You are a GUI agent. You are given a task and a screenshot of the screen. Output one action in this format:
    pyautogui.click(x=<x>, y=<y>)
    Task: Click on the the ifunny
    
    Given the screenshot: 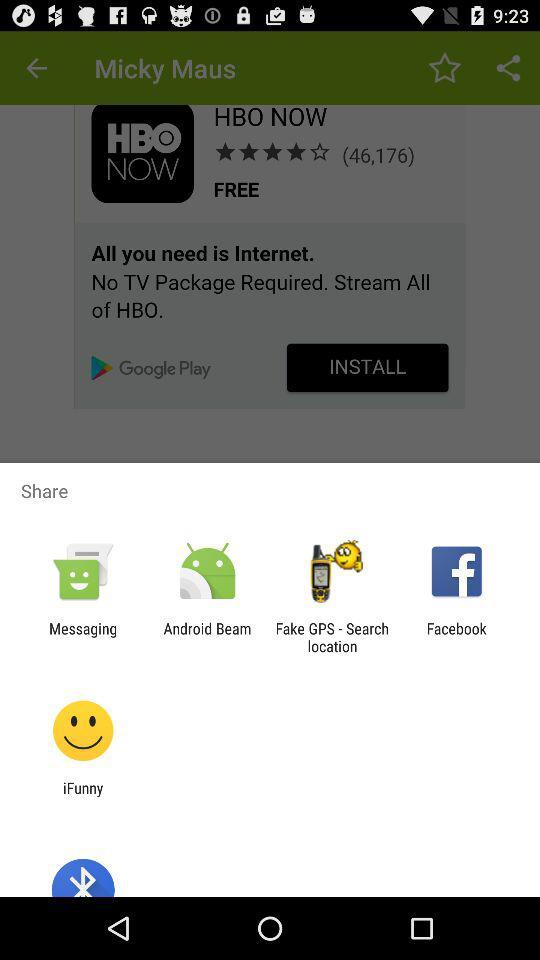 What is the action you would take?
    pyautogui.click(x=82, y=796)
    